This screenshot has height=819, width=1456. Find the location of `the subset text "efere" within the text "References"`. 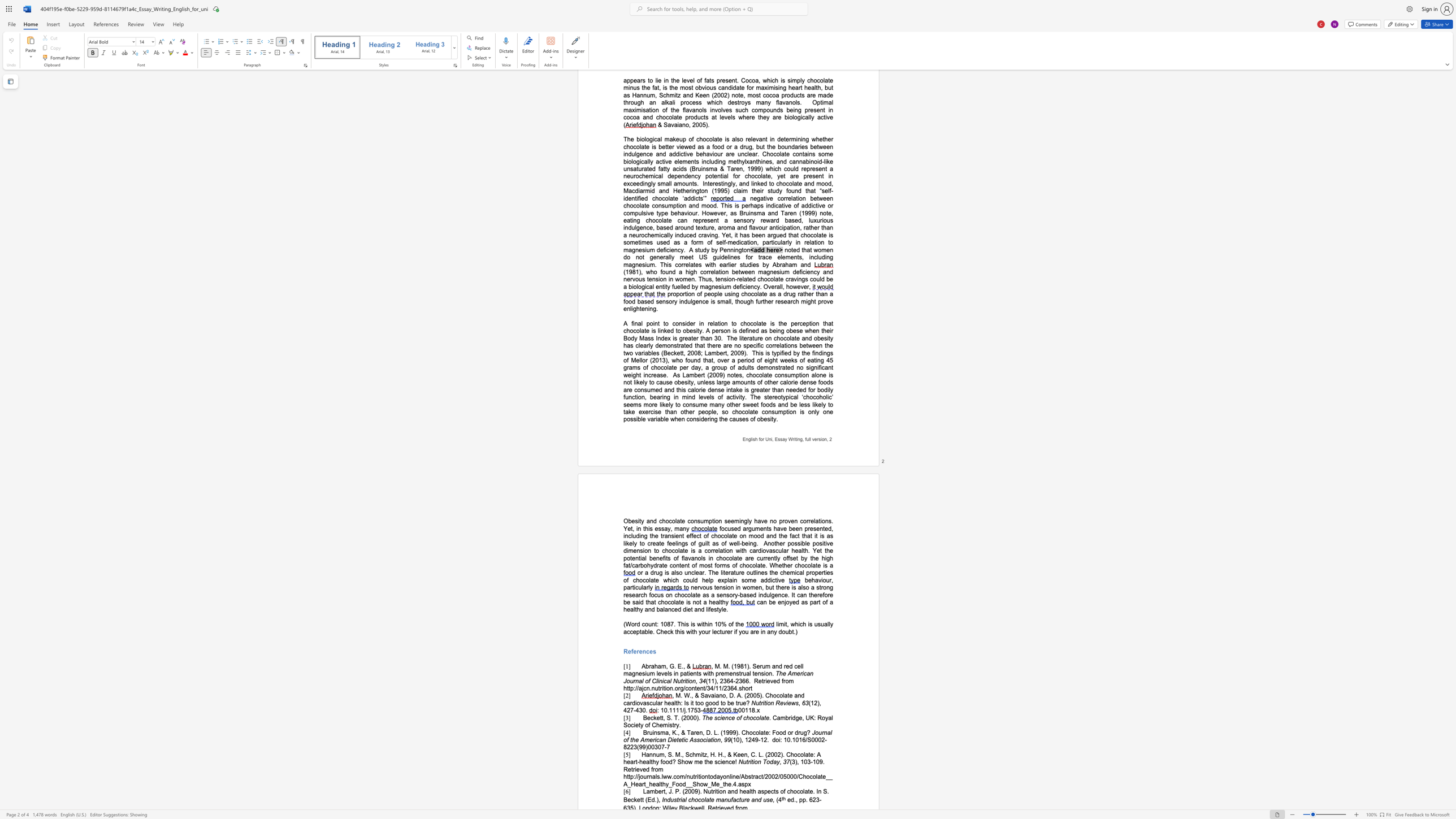

the subset text "efere" within the text "References" is located at coordinates (628, 651).